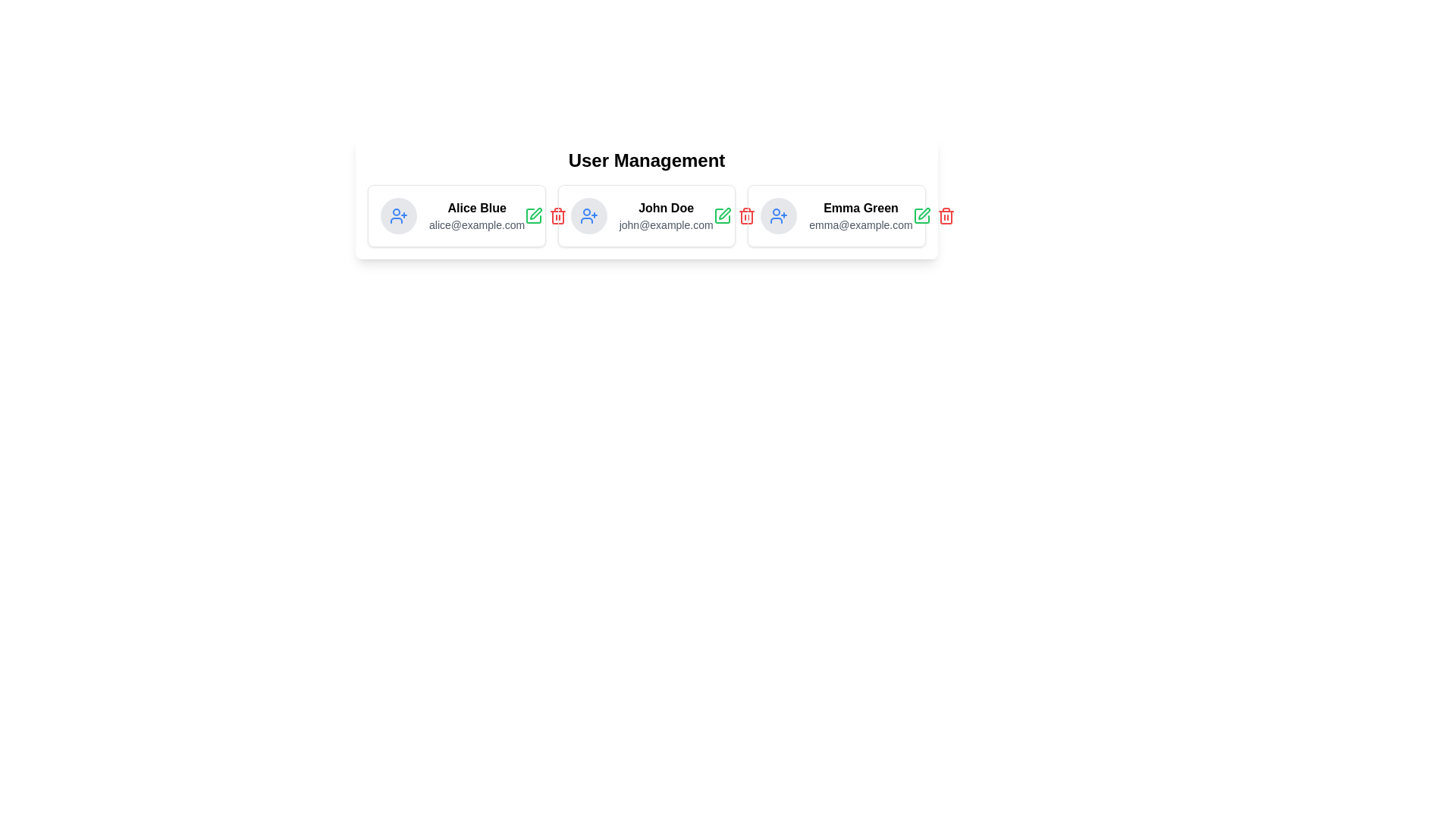 Image resolution: width=1456 pixels, height=819 pixels. I want to click on the Informational Display that shows the user's name and email address, located in the first section of the user list, aligned with 'John Doe' and 'Emma Green', so click(456, 216).